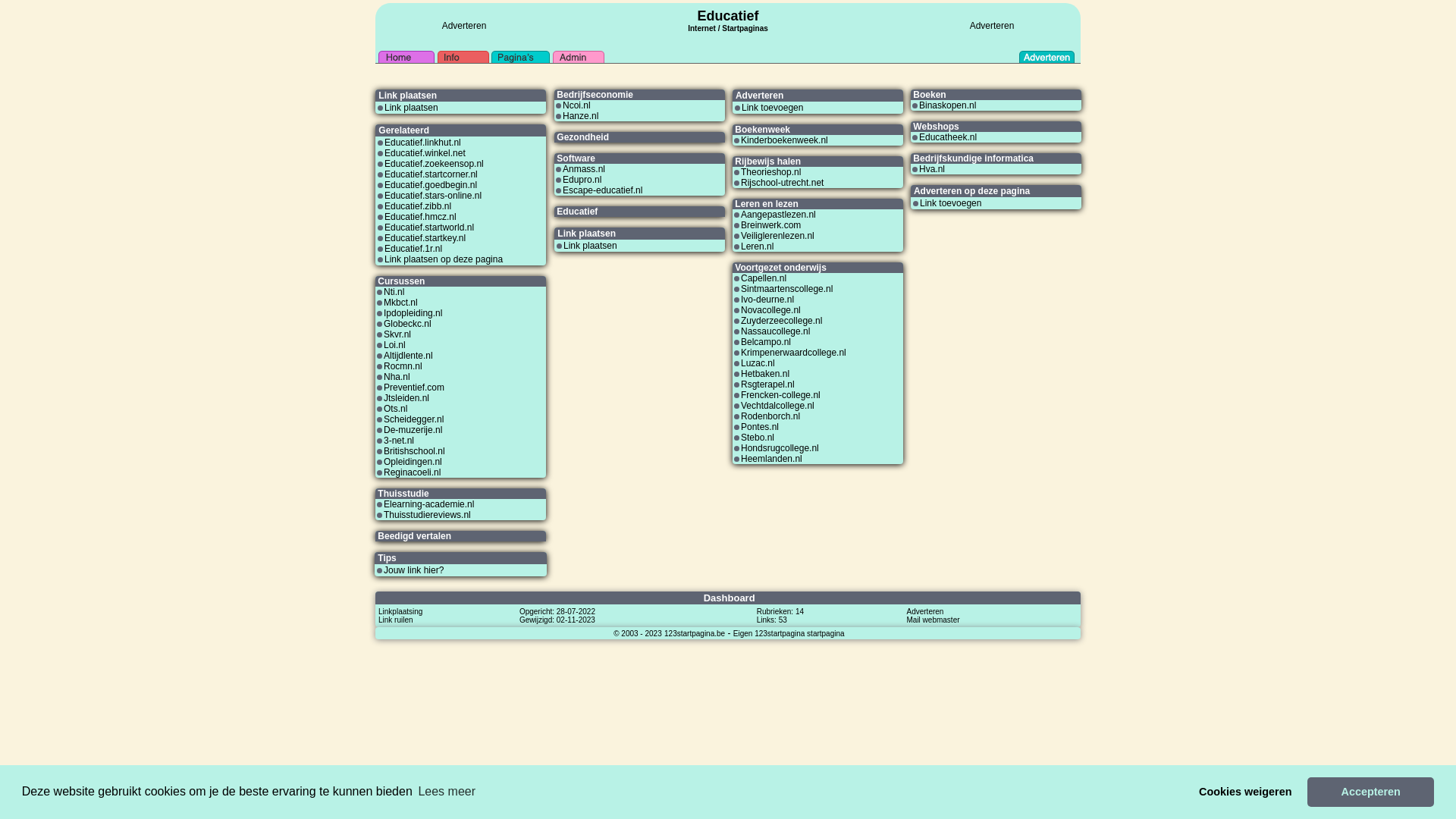 Image resolution: width=1456 pixels, height=819 pixels. Describe the element at coordinates (789, 632) in the screenshot. I see `'Eigen 123startpagina startpagina'` at that location.